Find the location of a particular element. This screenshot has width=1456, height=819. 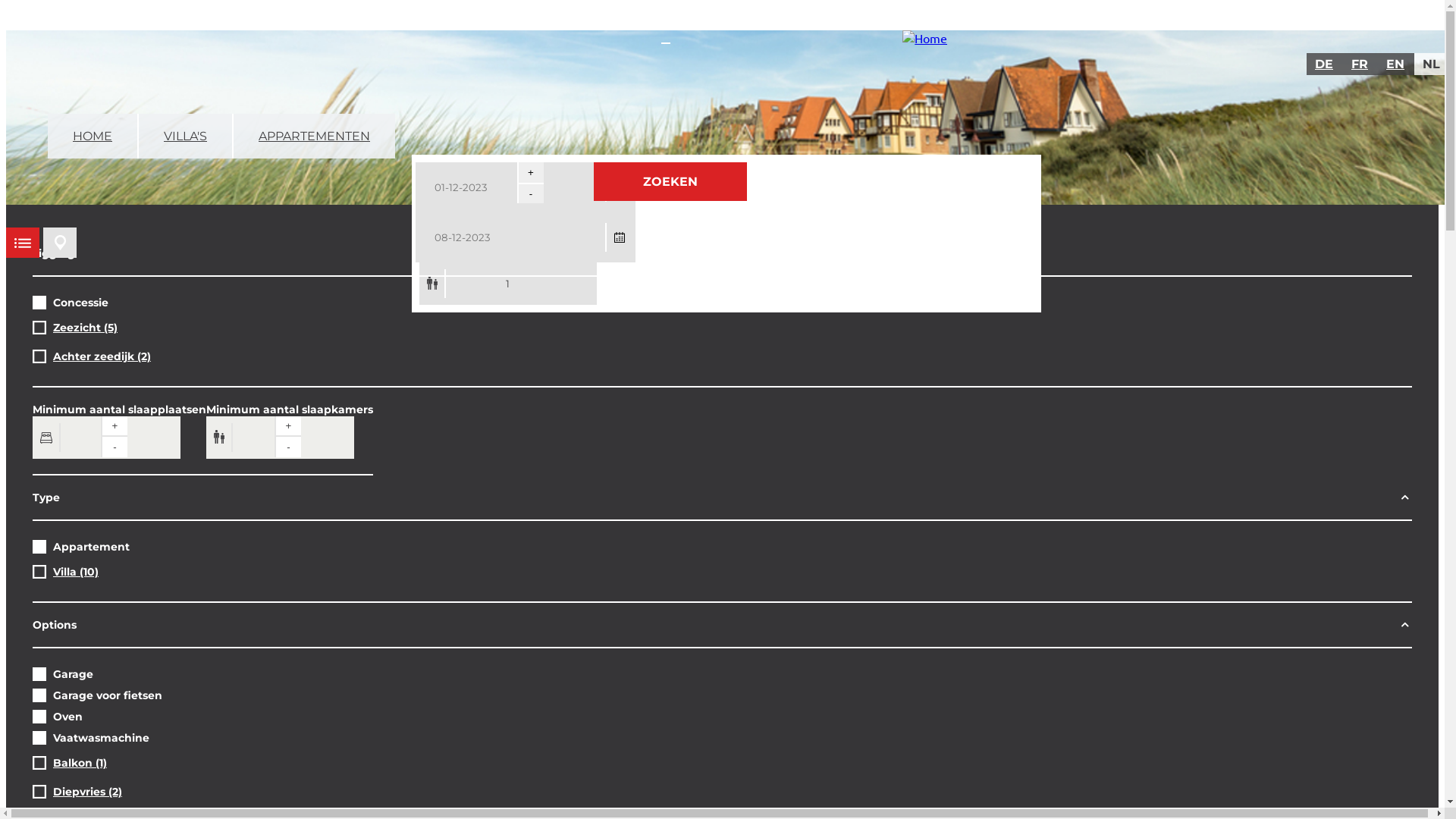

'Zeezicht (5) is located at coordinates (84, 327).